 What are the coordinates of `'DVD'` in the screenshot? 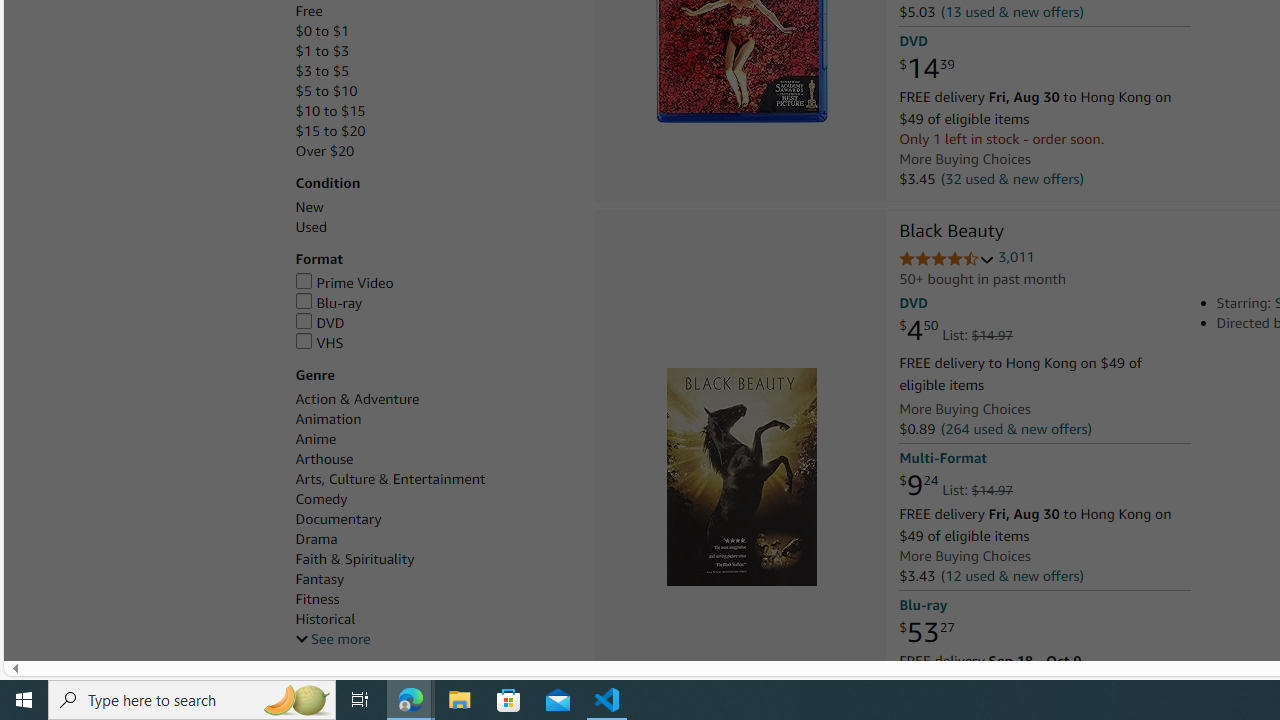 It's located at (320, 321).